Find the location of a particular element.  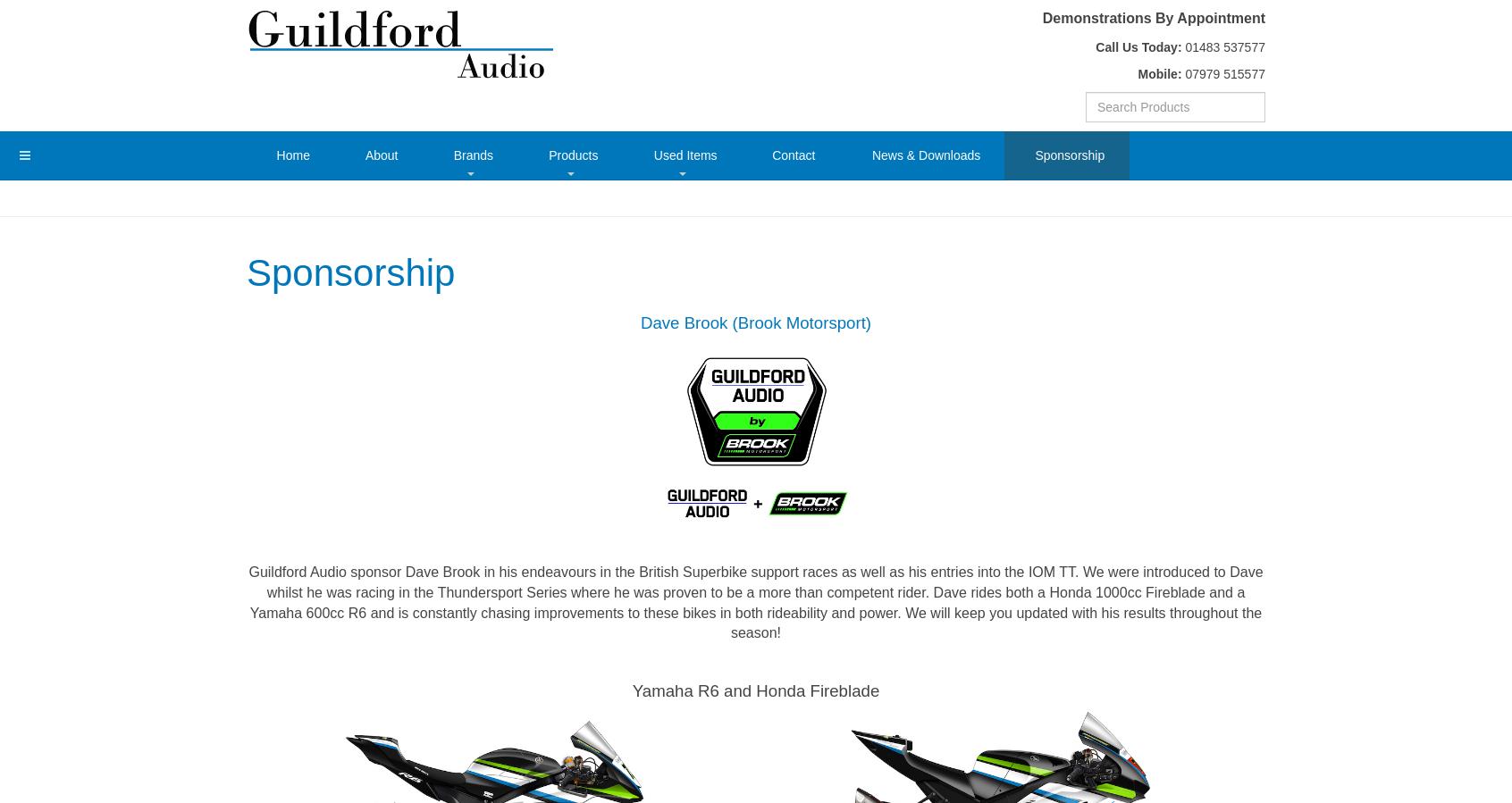

'Used Items' is located at coordinates (684, 154).